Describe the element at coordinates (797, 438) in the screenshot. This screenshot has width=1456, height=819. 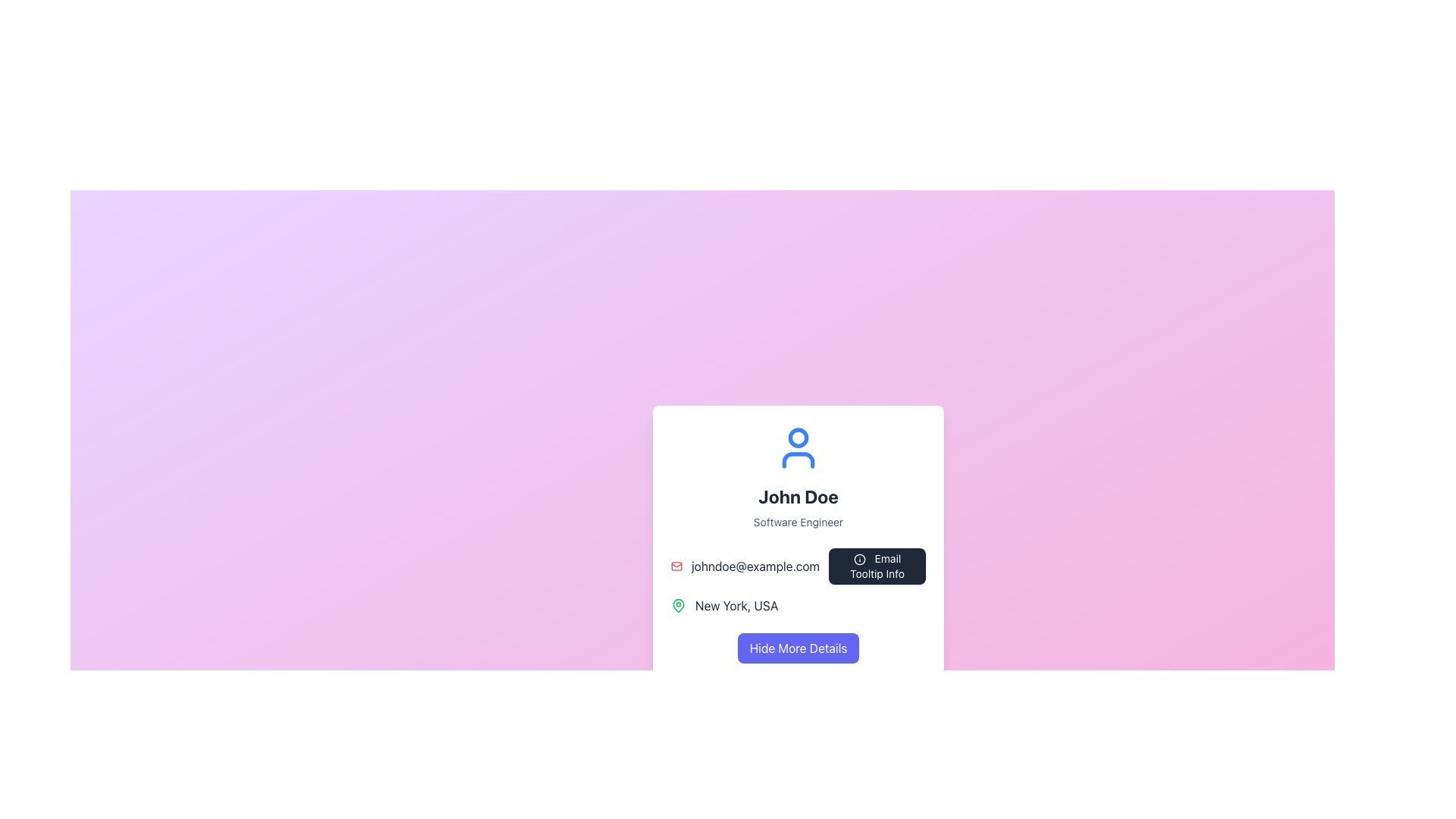
I see `the upper circular part of the user avatar icon, which visually represents a person, located at the center of the interface just above the user's name and description text` at that location.